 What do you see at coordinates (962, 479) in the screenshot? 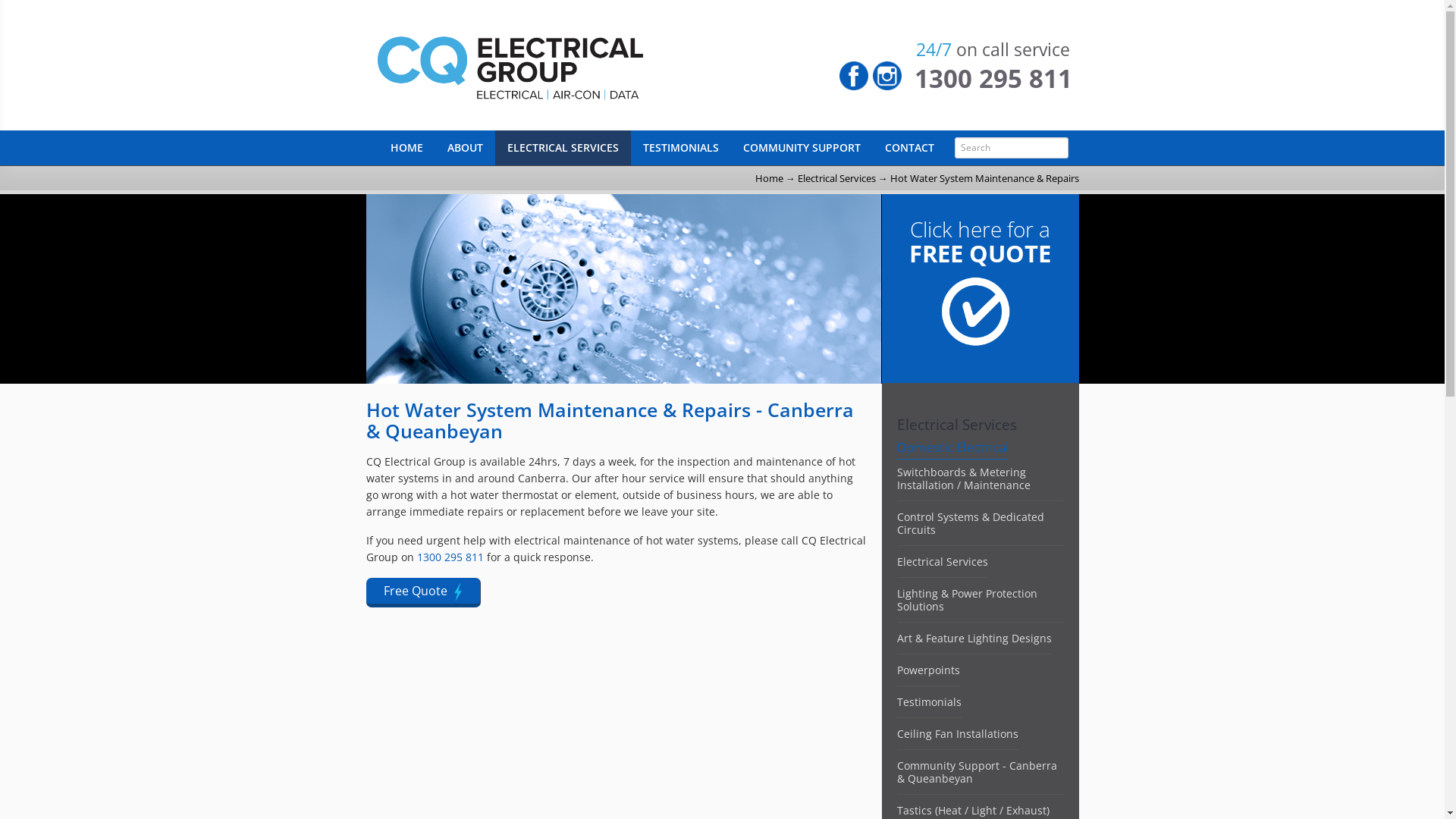
I see `'Switchboards & Metering Installation / Maintenance'` at bounding box center [962, 479].